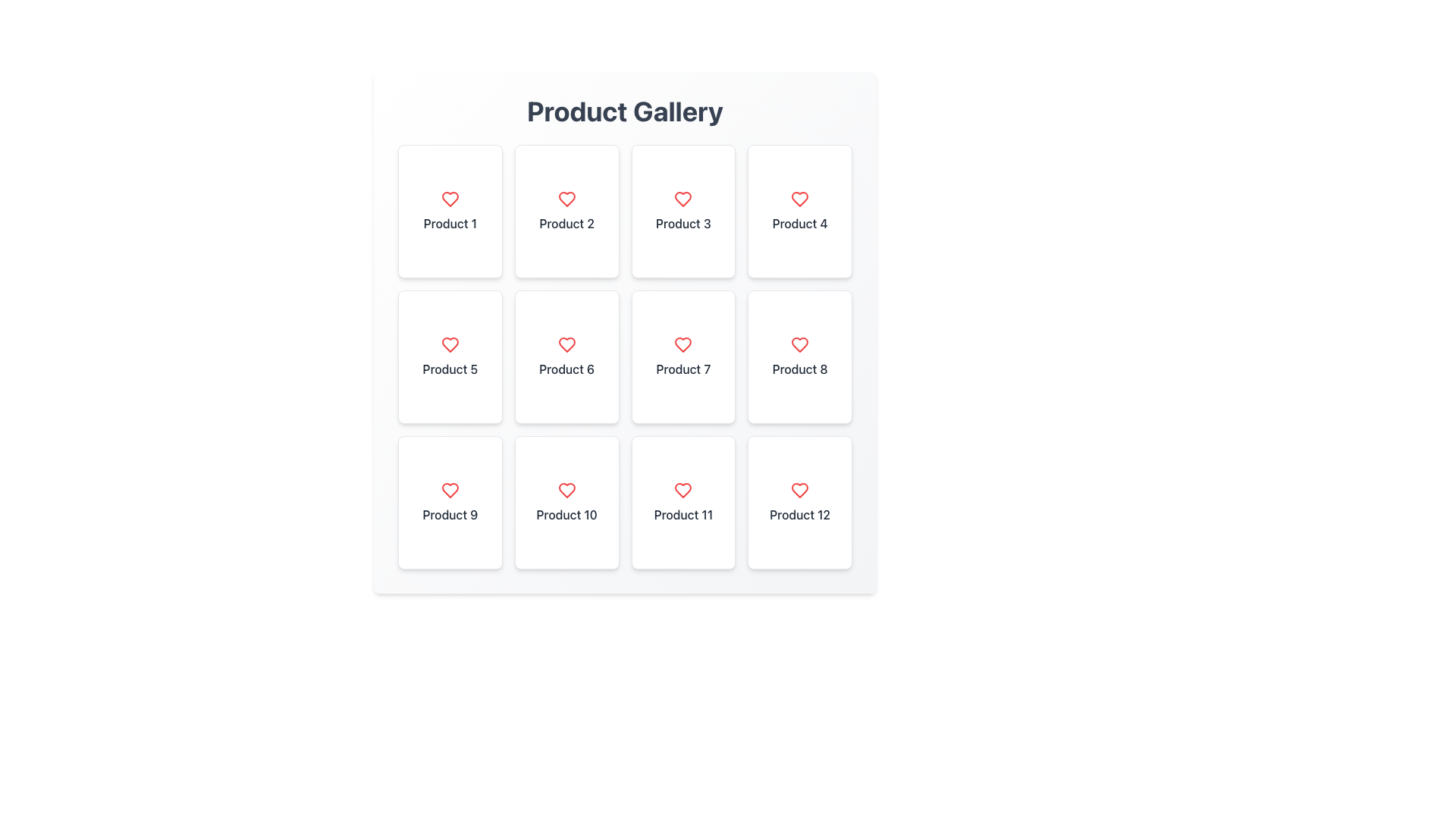 Image resolution: width=1456 pixels, height=819 pixels. I want to click on the heart-shaped icon styled with a red color located above the 'Product 7' text label in the card situated in the second row, third column of the grid layout, so click(682, 345).